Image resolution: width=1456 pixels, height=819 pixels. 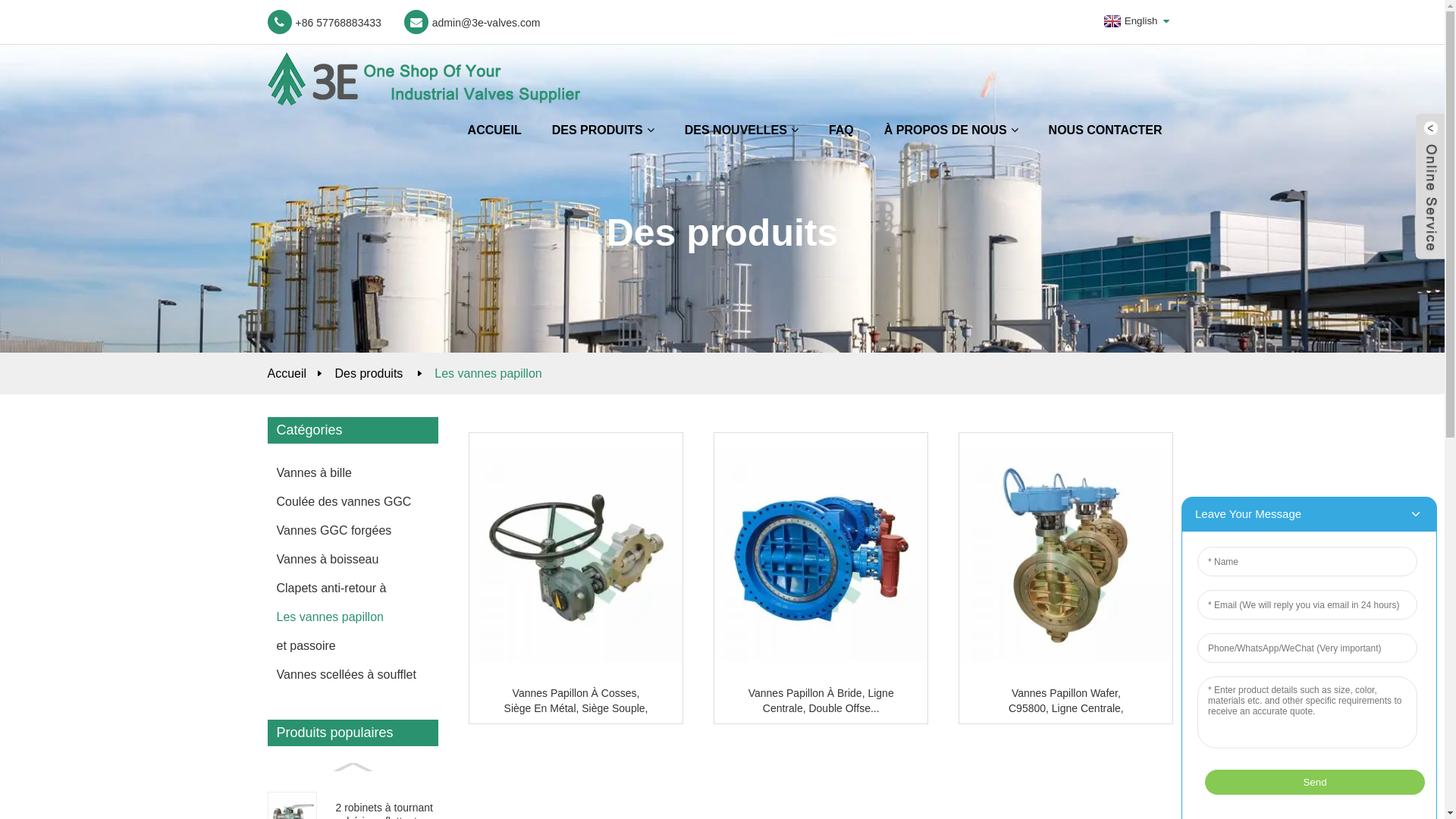 I want to click on 'Les vannes papillon', so click(x=348, y=617).